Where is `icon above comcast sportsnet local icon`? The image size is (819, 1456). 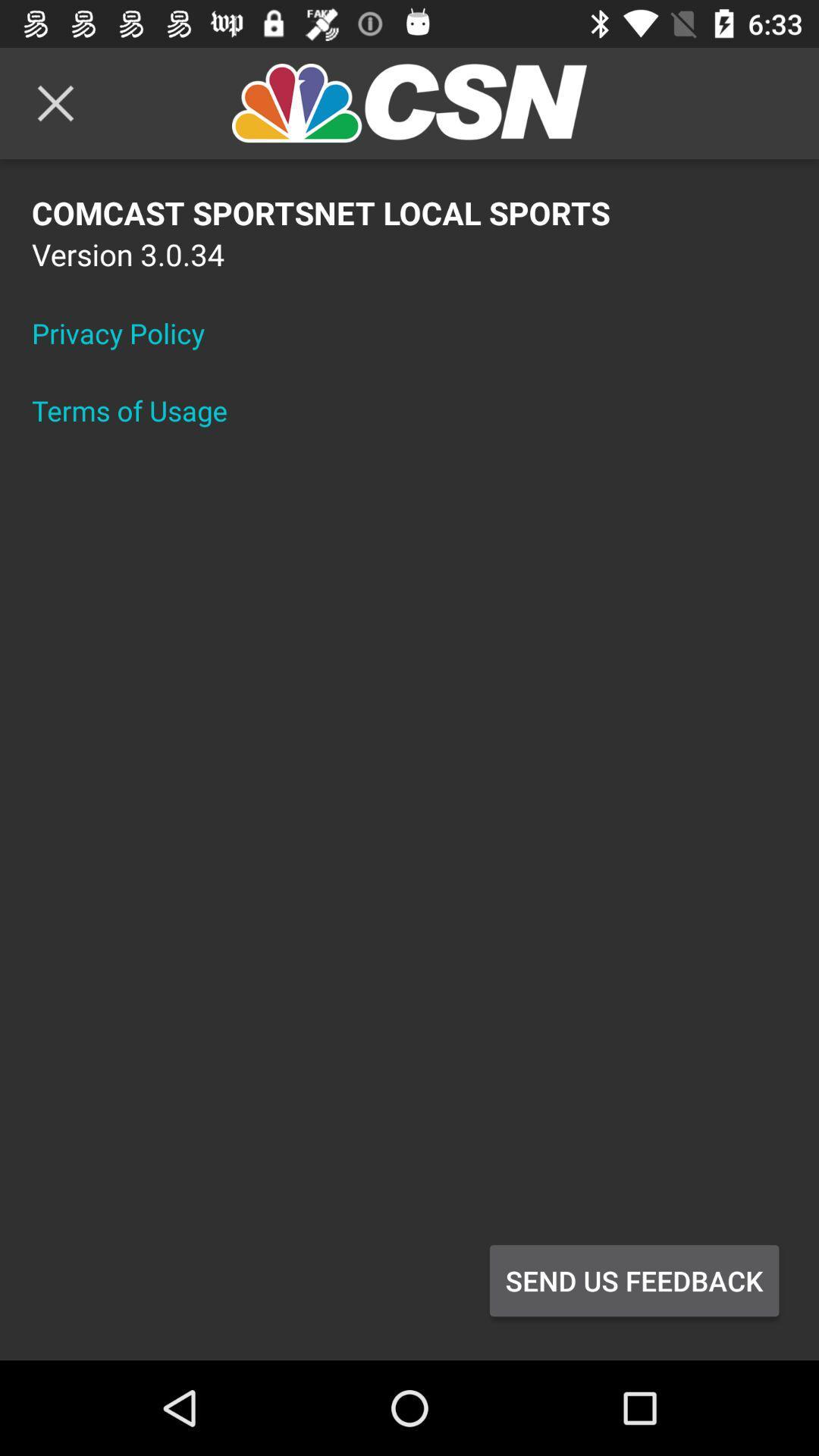
icon above comcast sportsnet local icon is located at coordinates (55, 102).